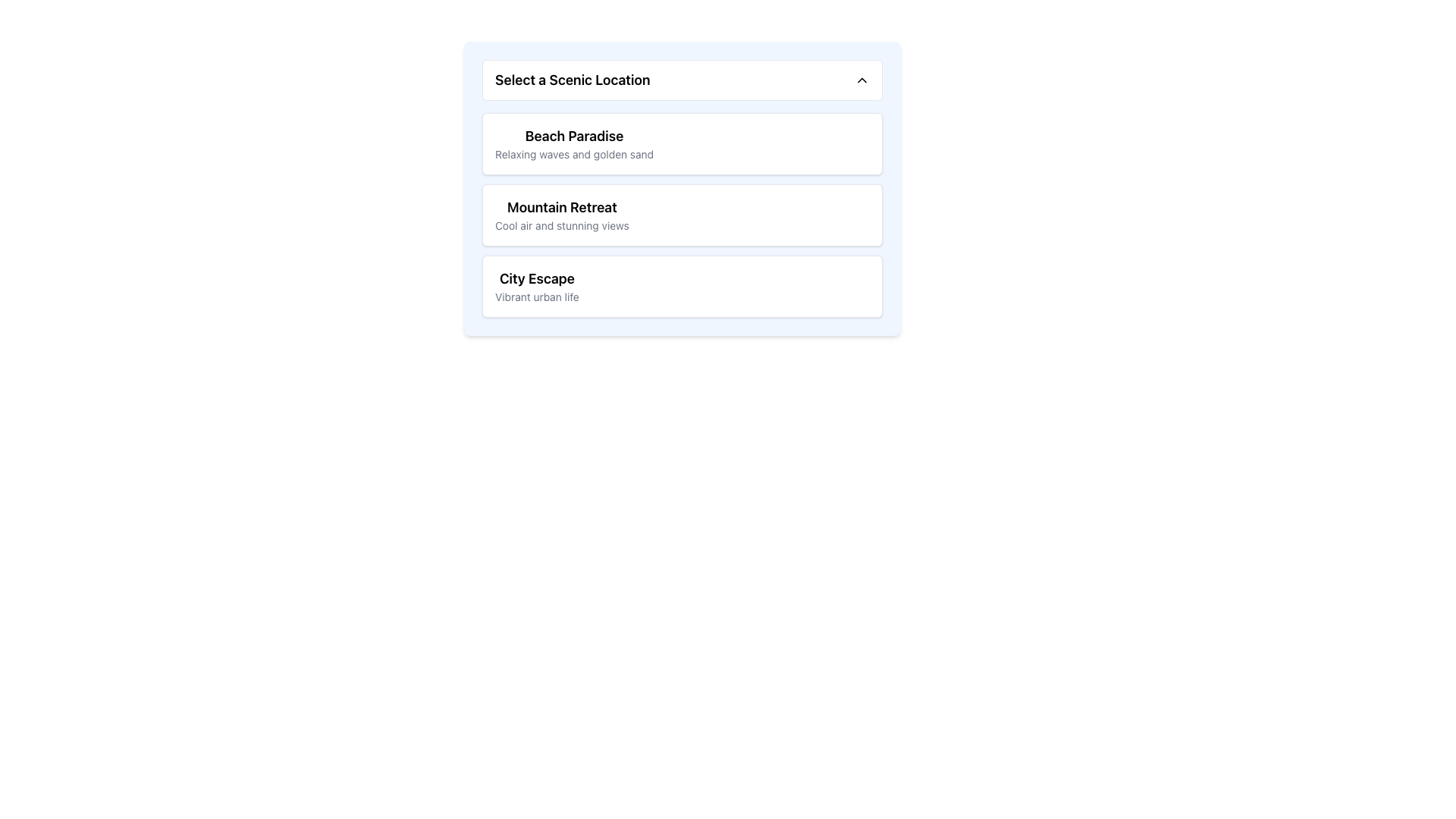 Image resolution: width=1456 pixels, height=819 pixels. What do you see at coordinates (537, 297) in the screenshot?
I see `the text label reading 'Vibrant urban life', which is rendered in a small-sized gray font and located below the title 'City Escape'` at bounding box center [537, 297].